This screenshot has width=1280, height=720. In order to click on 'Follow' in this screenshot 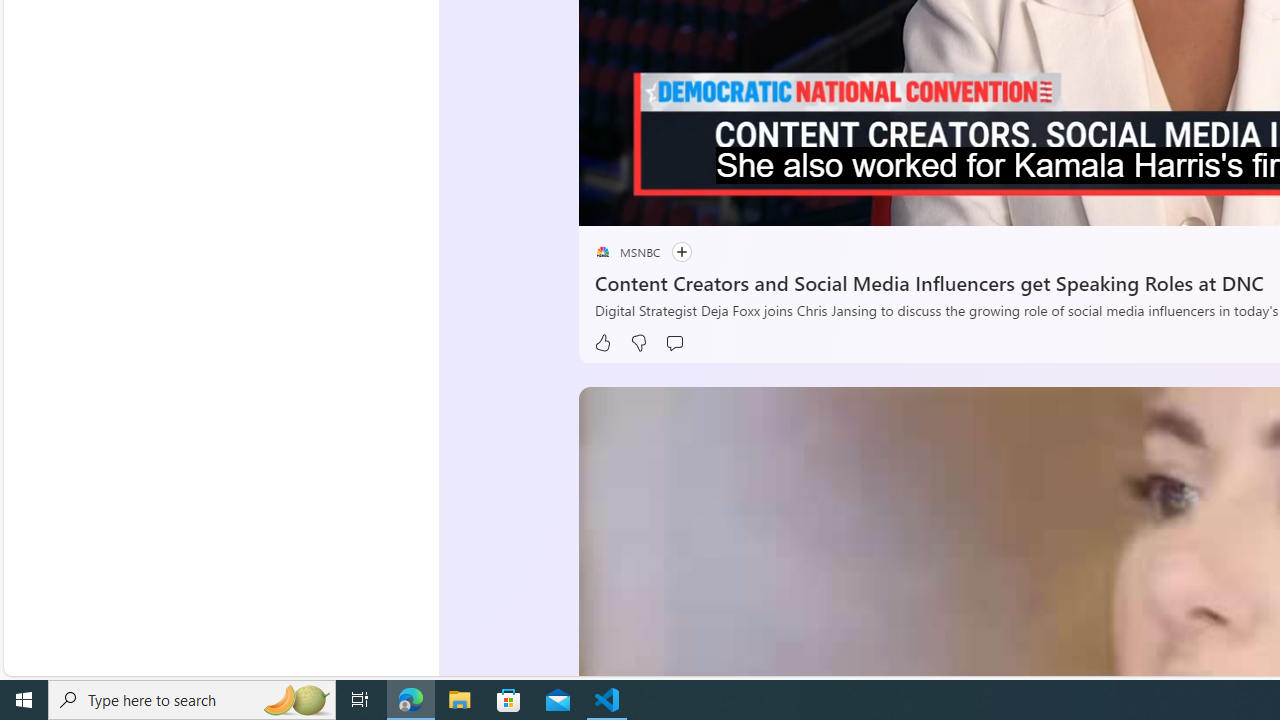, I will do `click(671, 251)`.